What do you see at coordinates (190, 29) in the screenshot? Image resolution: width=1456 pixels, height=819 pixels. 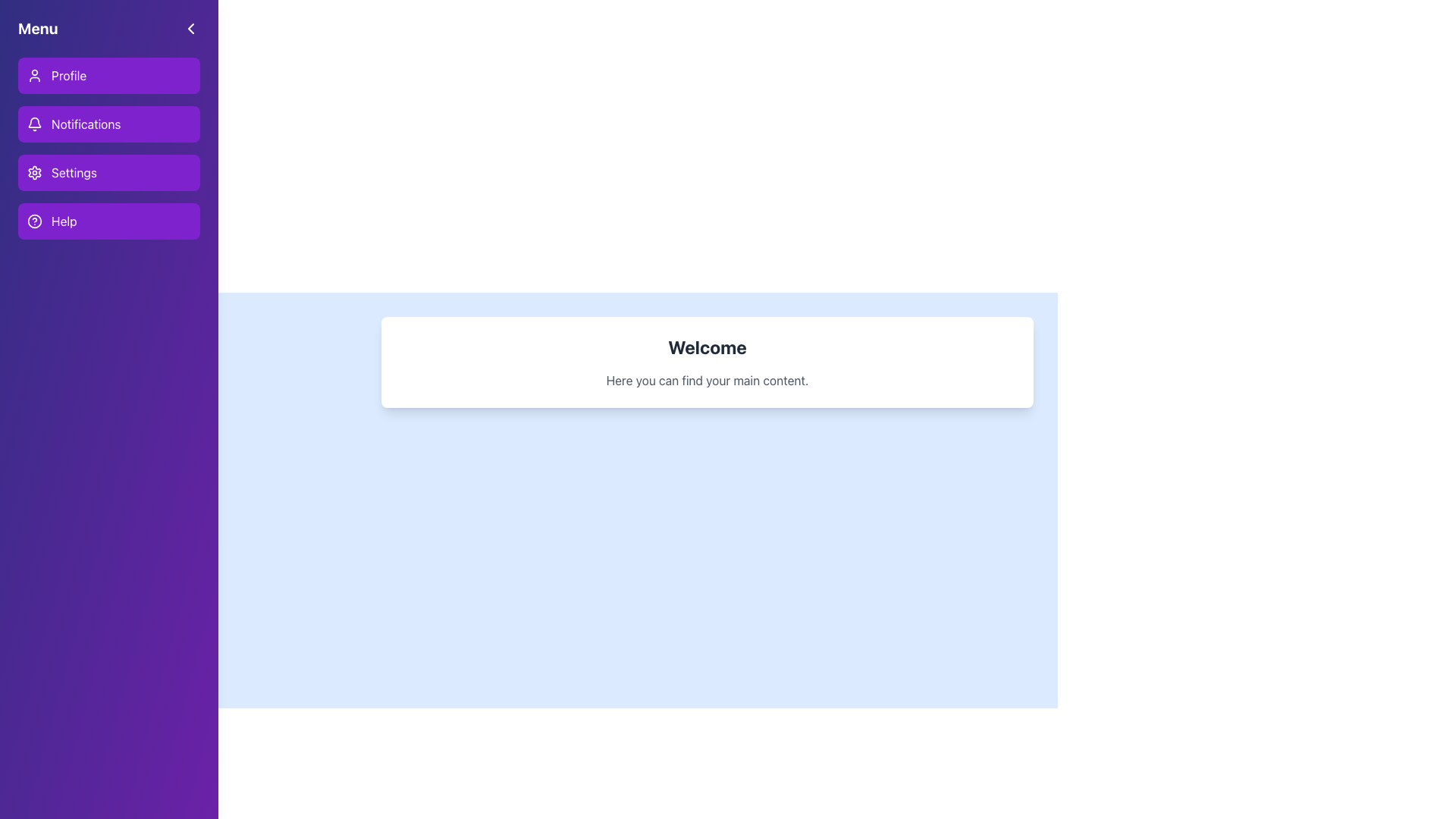 I see `the leftward-facing chevron icon in the purple vertical menu bar, which serves as a navigation button at the top of the menu` at bounding box center [190, 29].